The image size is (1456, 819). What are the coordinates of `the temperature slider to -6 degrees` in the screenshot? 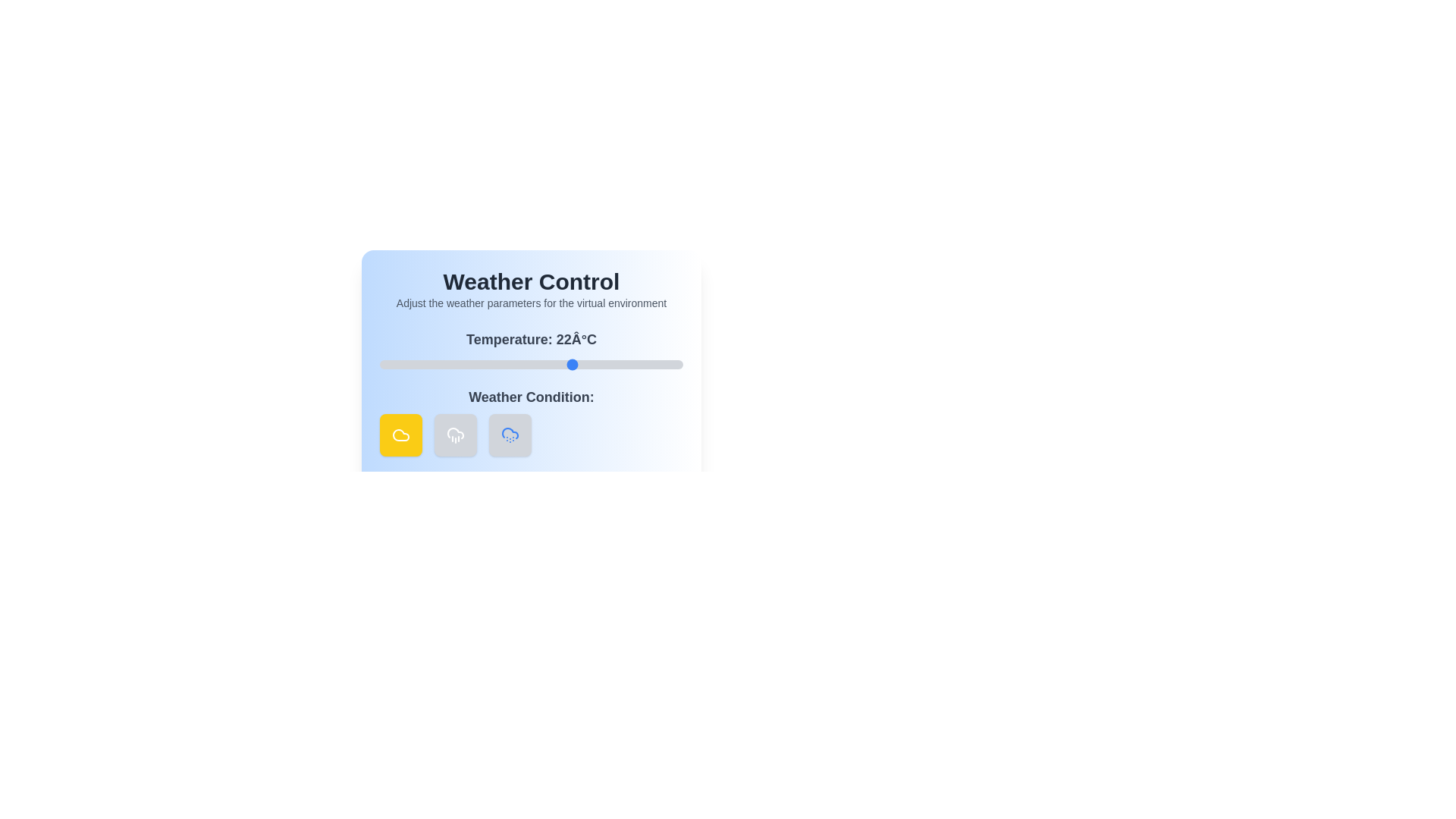 It's located at (403, 365).